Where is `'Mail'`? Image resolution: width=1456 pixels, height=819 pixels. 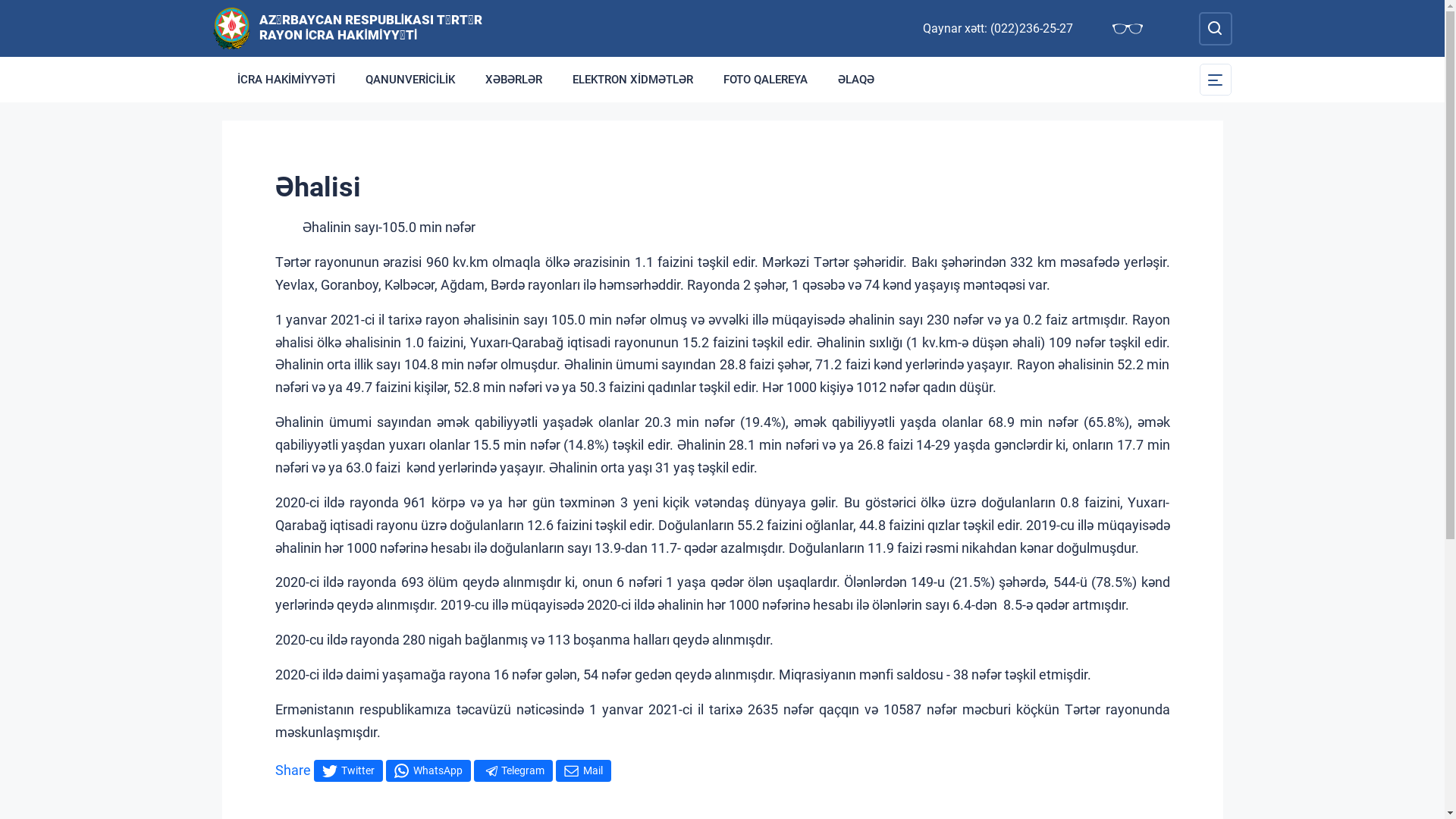 'Mail' is located at coordinates (554, 770).